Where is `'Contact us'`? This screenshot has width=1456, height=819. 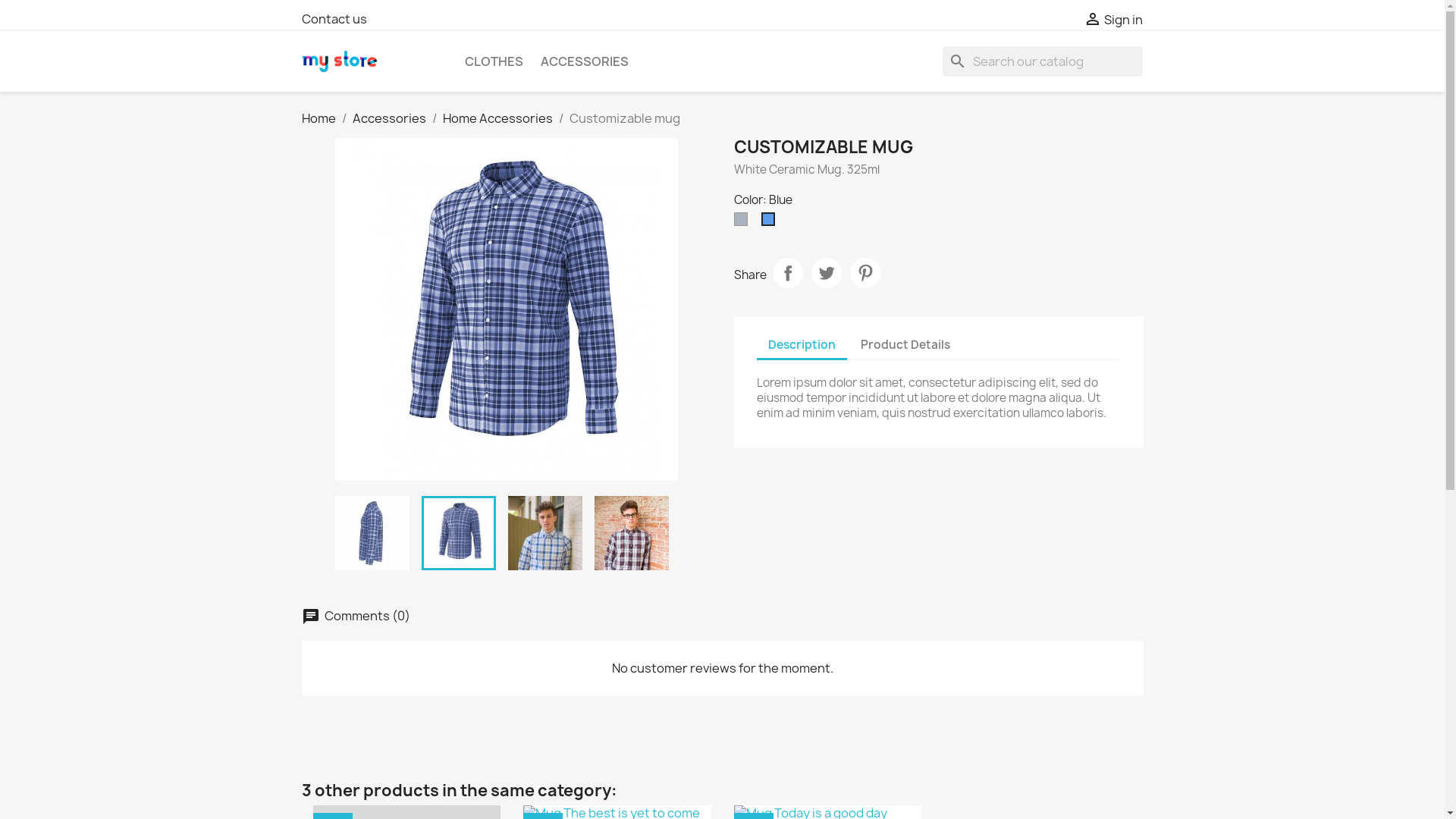
'Contact us' is located at coordinates (334, 18).